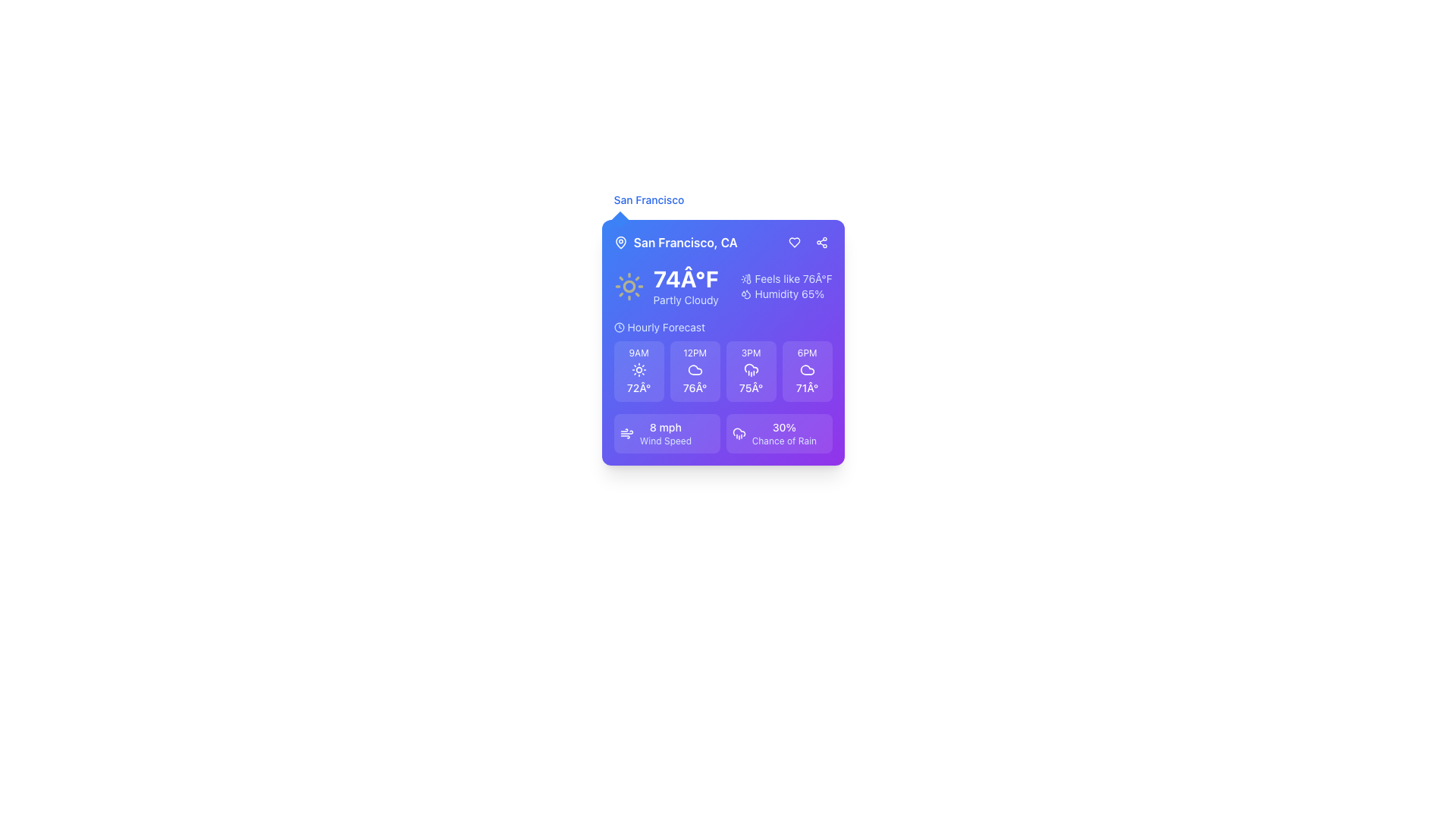 The width and height of the screenshot is (1456, 819). Describe the element at coordinates (619, 327) in the screenshot. I see `the time icon located to the left of the 'Hourly Forecast' text in the upper middle portion of the interface` at that location.